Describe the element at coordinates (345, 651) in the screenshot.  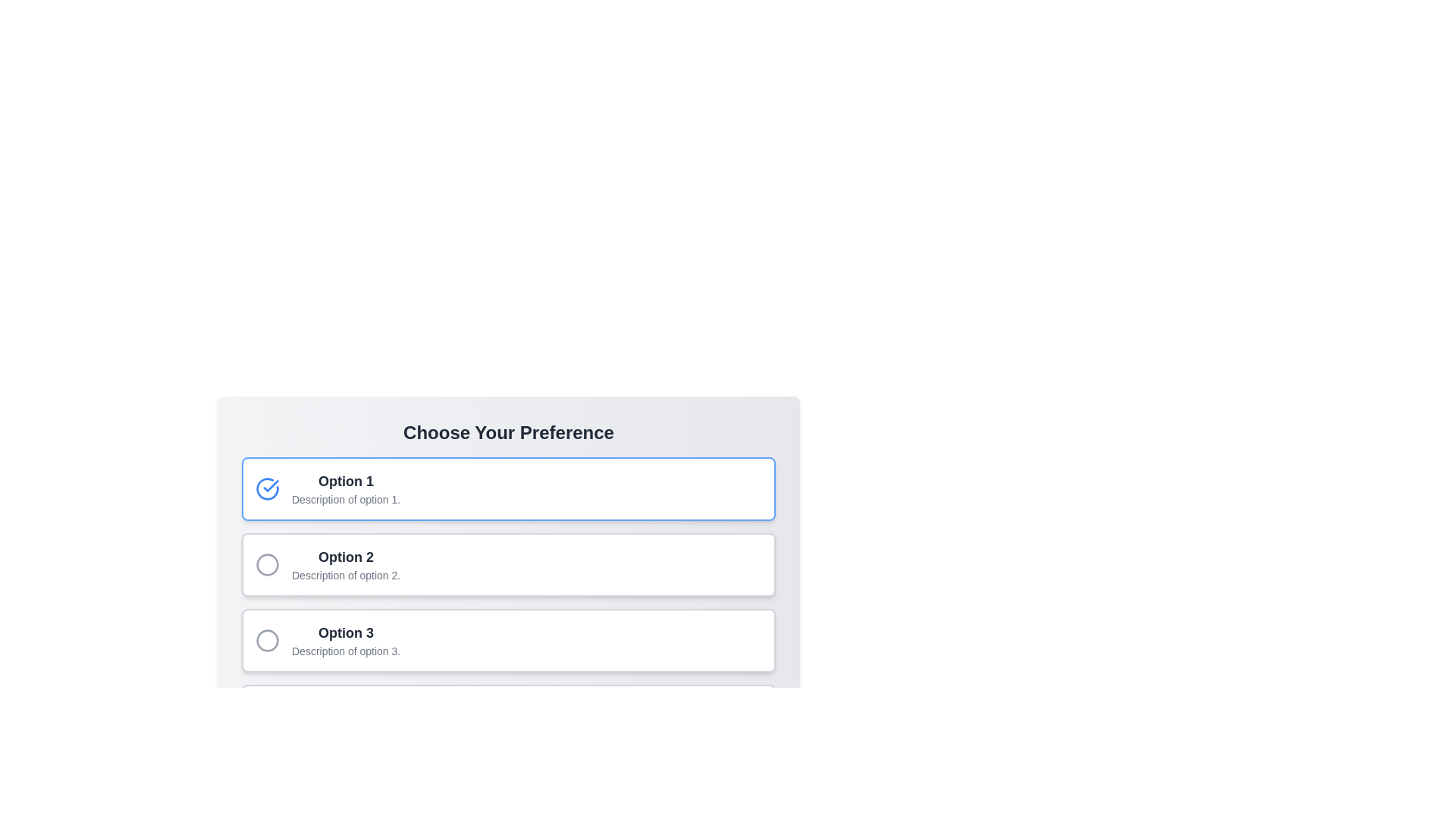
I see `the text label containing 'Description of option 3.' located beneath the 'Option 3' label` at that location.